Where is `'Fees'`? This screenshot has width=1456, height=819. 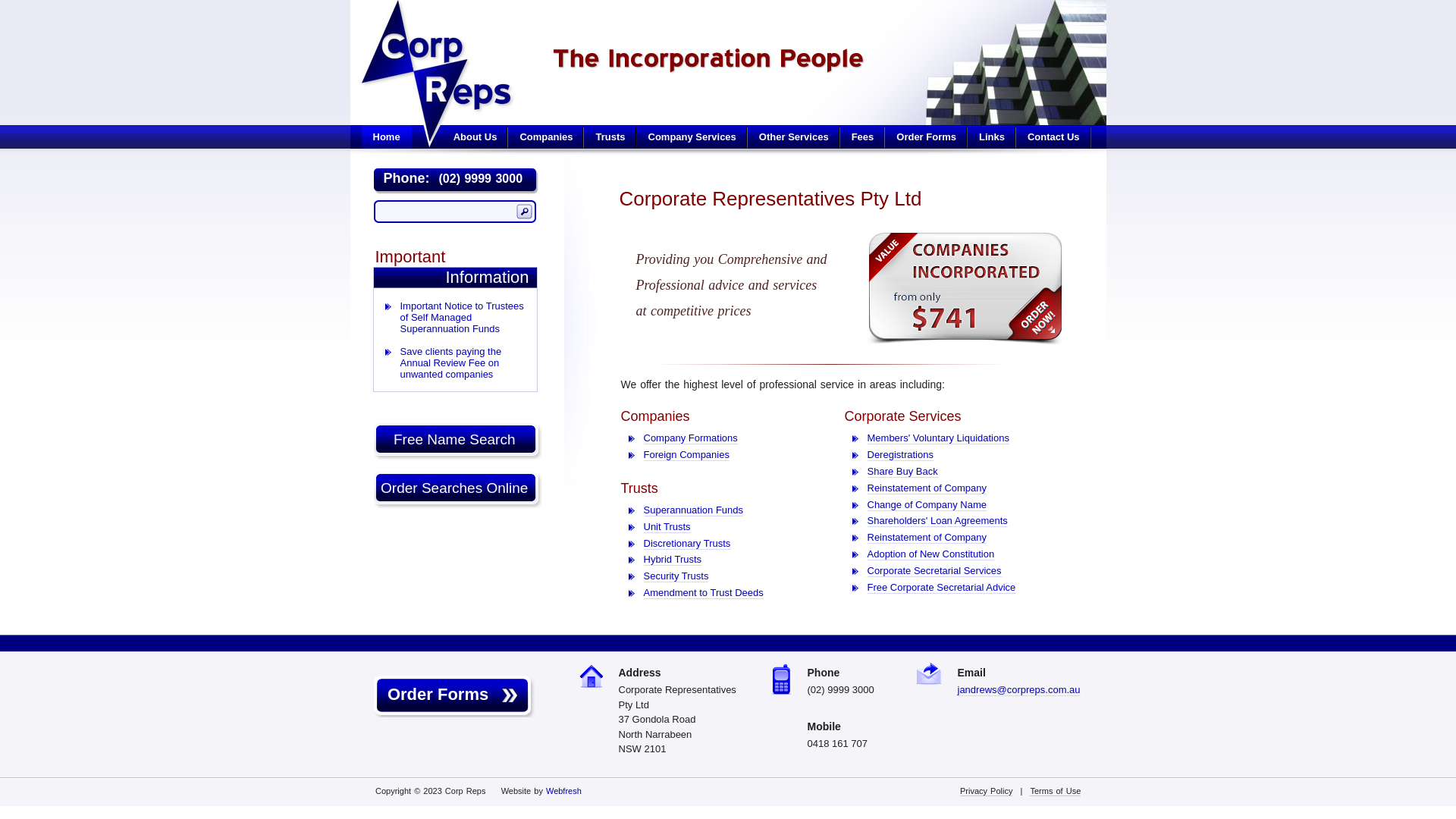 'Fees' is located at coordinates (862, 136).